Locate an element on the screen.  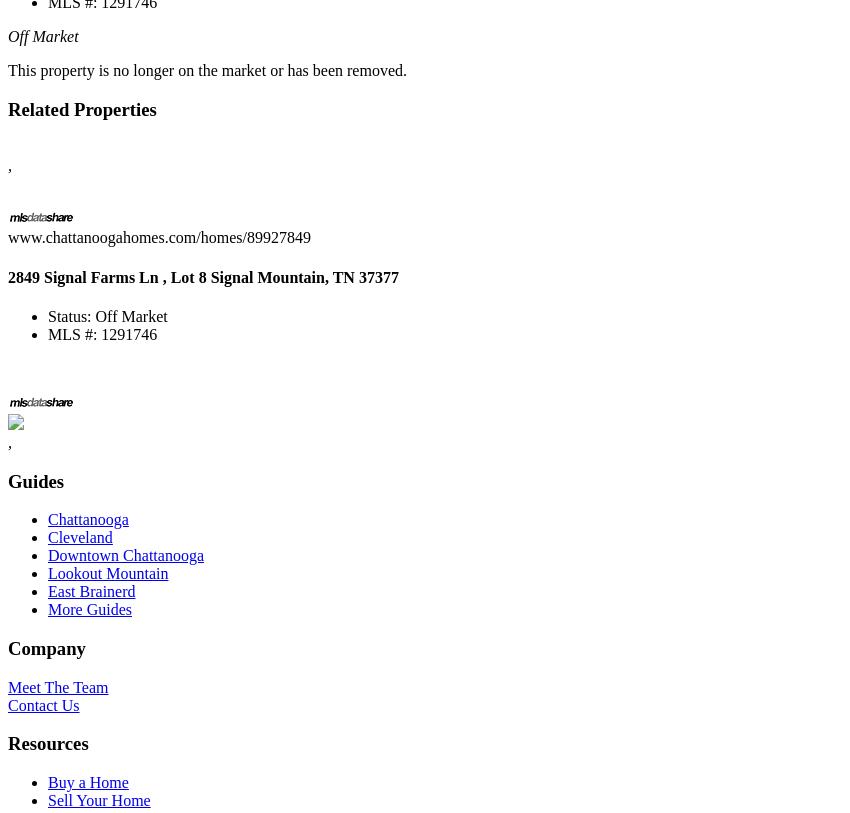
'Off Market' is located at coordinates (42, 34).